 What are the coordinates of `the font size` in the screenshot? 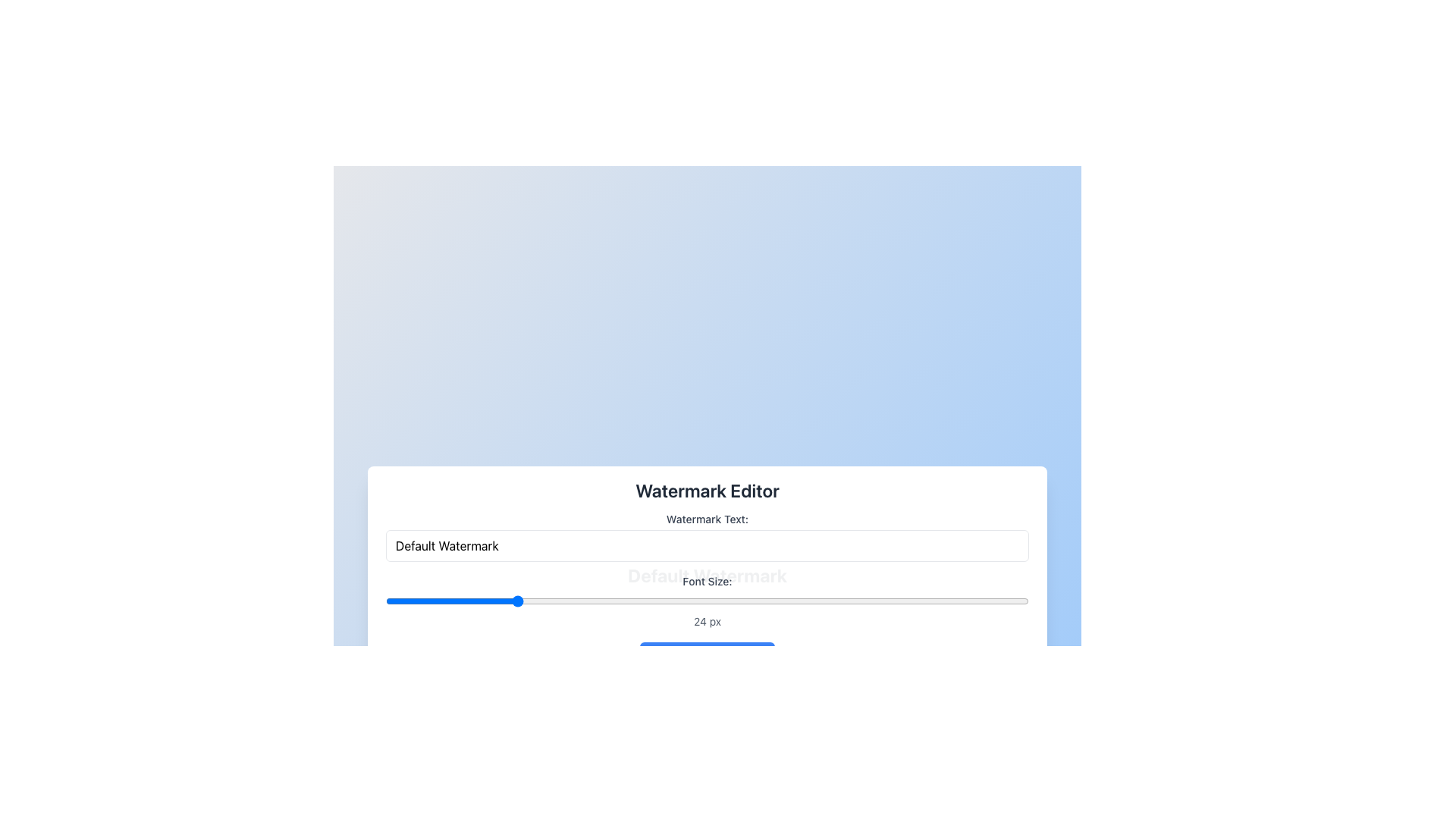 It's located at (578, 601).